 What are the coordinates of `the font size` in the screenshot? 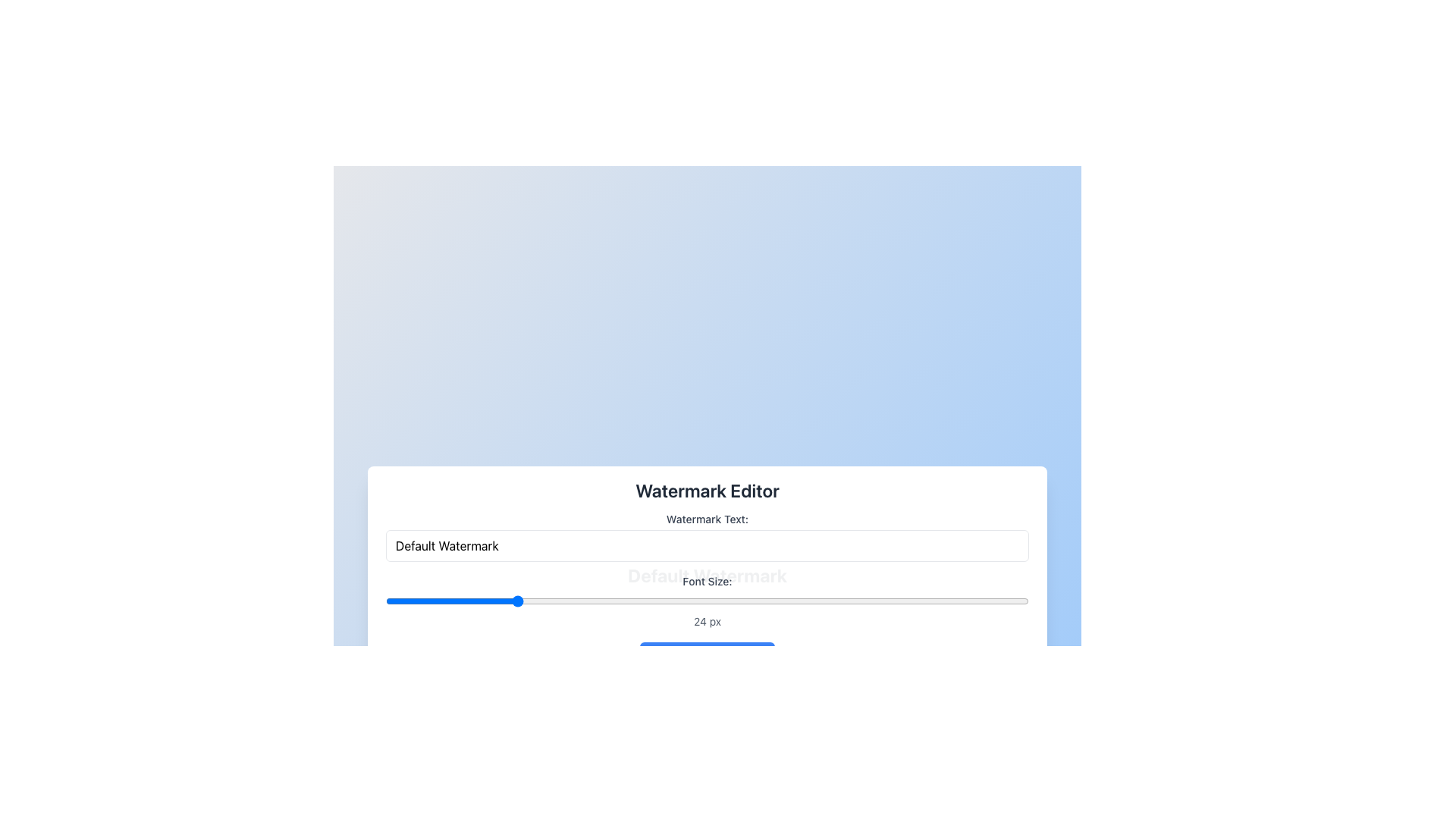 It's located at (578, 601).